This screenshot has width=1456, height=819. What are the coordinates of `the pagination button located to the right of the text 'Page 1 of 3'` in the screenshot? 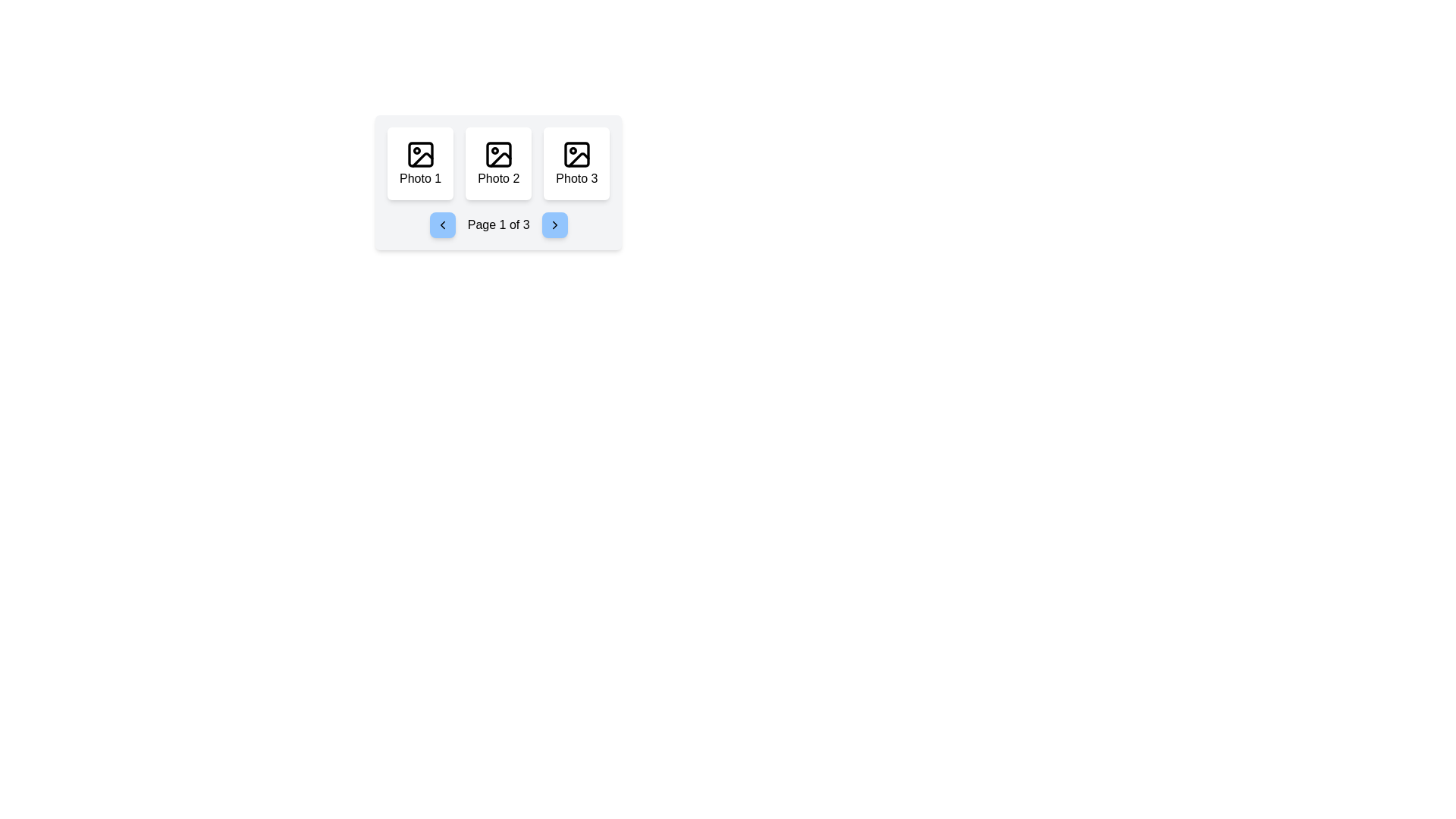 It's located at (554, 225).